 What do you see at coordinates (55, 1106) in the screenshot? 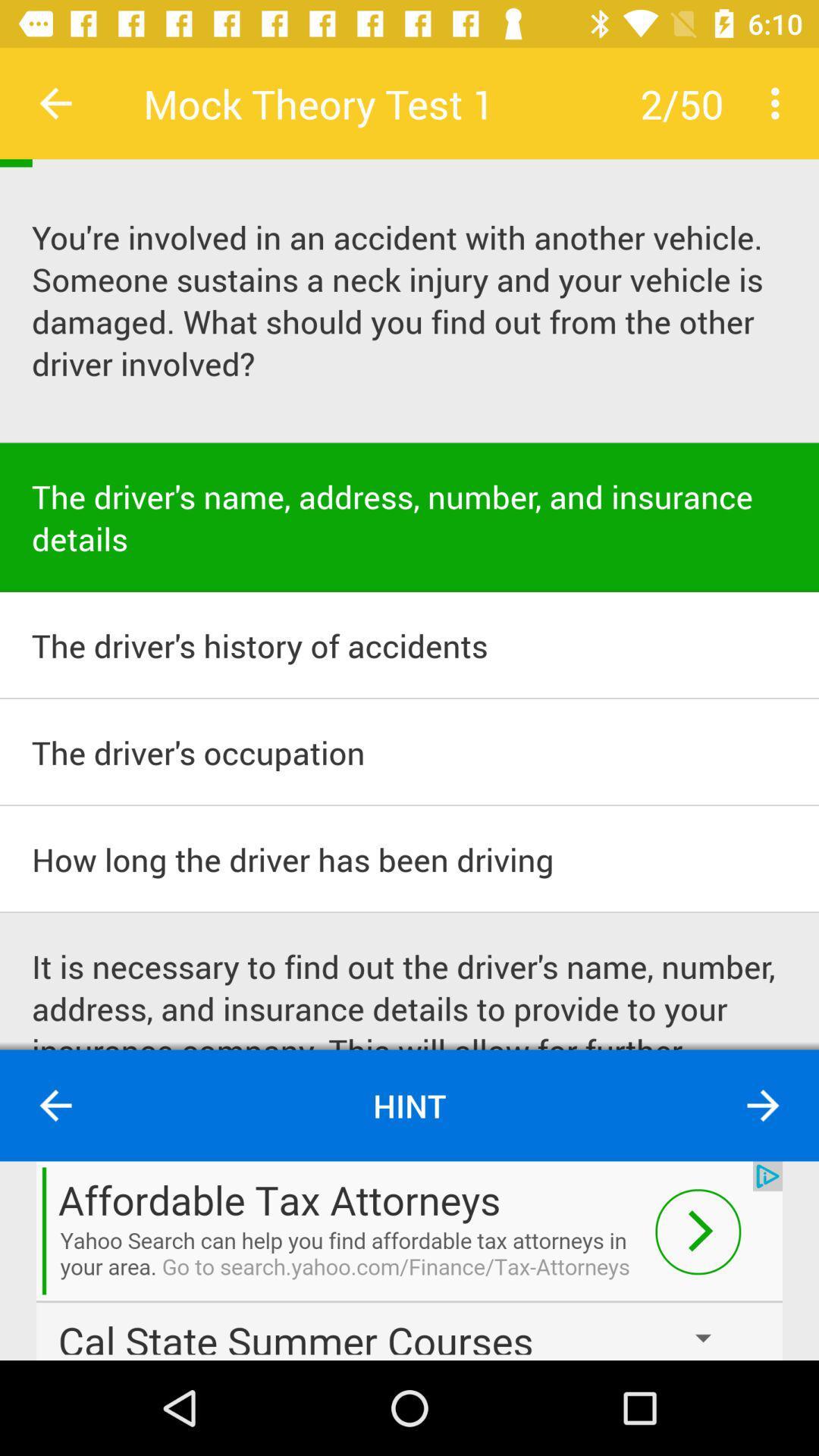
I see `the arrow_backward icon` at bounding box center [55, 1106].